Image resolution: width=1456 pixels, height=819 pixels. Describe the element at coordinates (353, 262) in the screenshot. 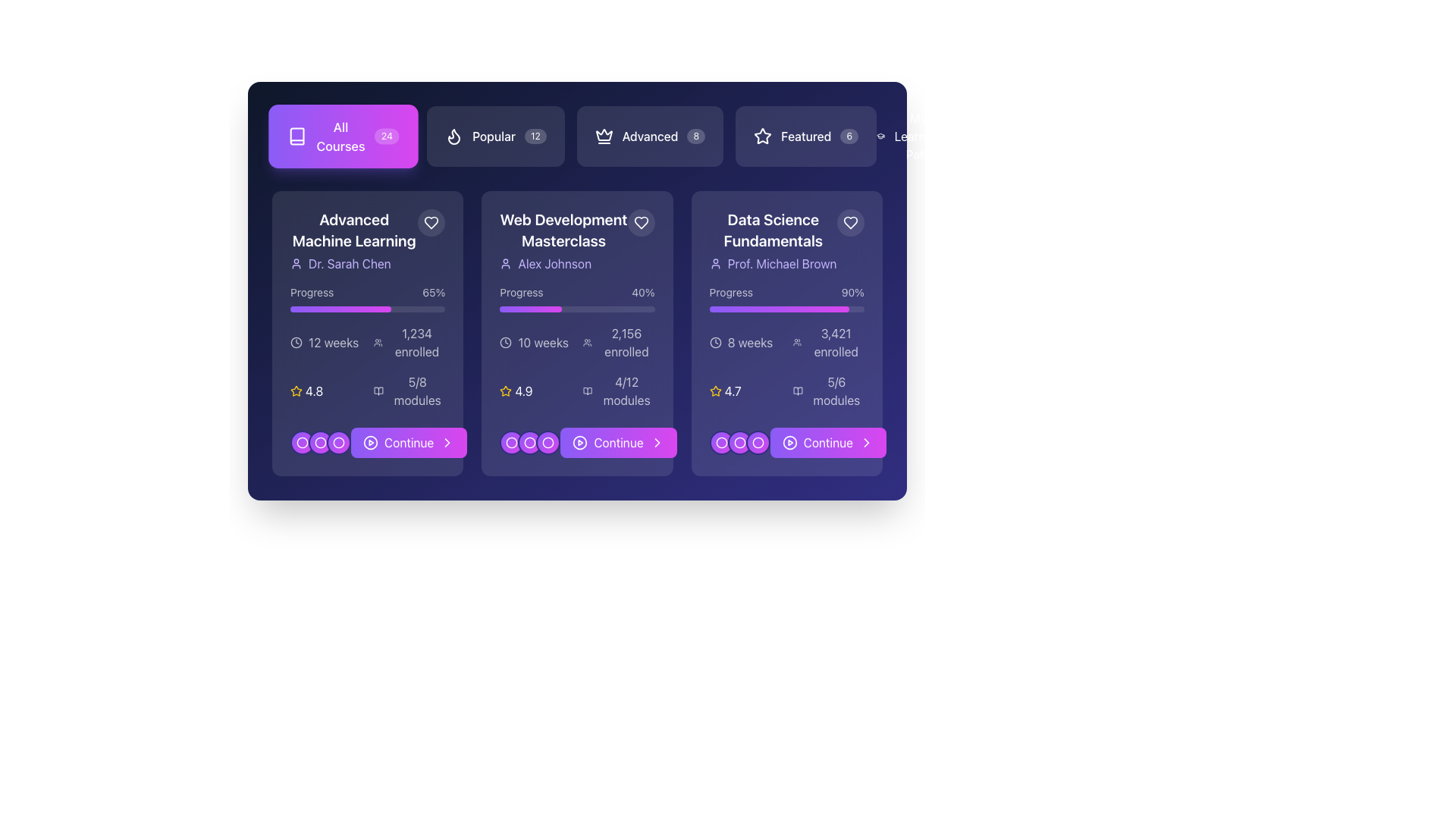

I see `the instructor name label associated with the 'Advanced Machine Learning' course, located at the bottom-left of the course card, below the title` at that location.